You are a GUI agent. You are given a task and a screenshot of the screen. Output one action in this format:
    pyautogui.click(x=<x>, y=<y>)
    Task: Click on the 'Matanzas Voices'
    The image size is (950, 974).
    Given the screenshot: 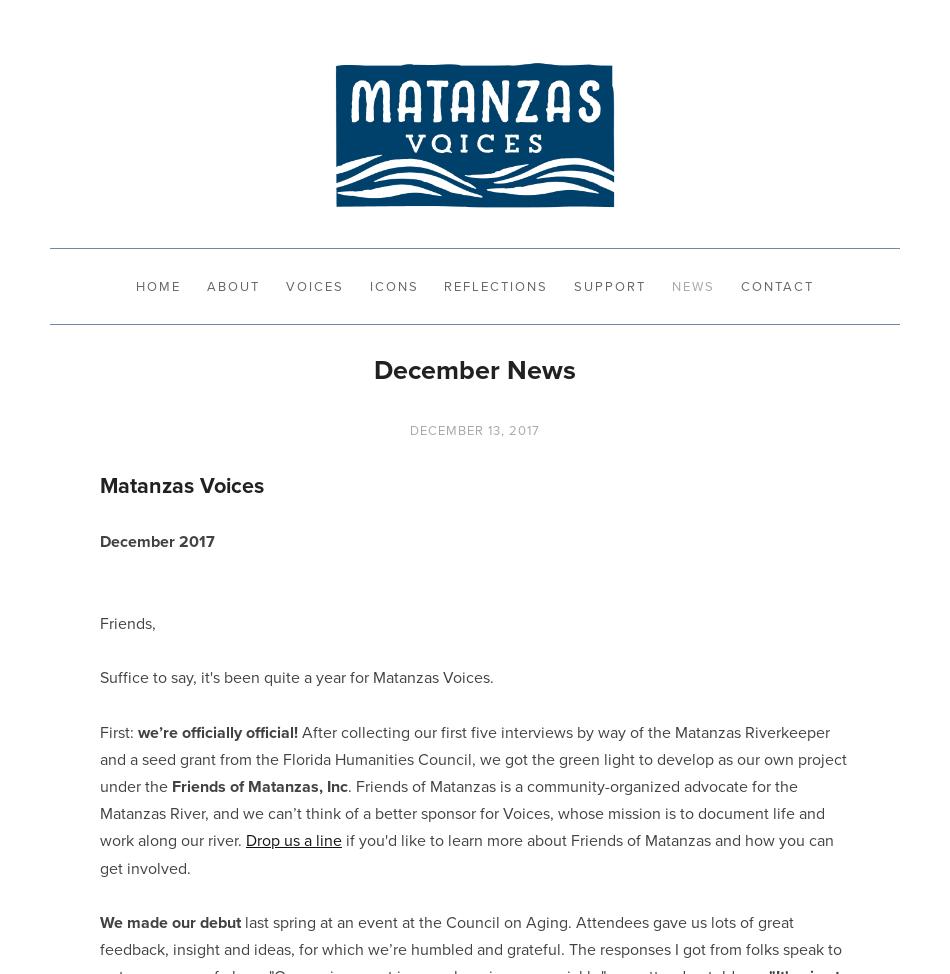 What is the action you would take?
    pyautogui.click(x=182, y=483)
    